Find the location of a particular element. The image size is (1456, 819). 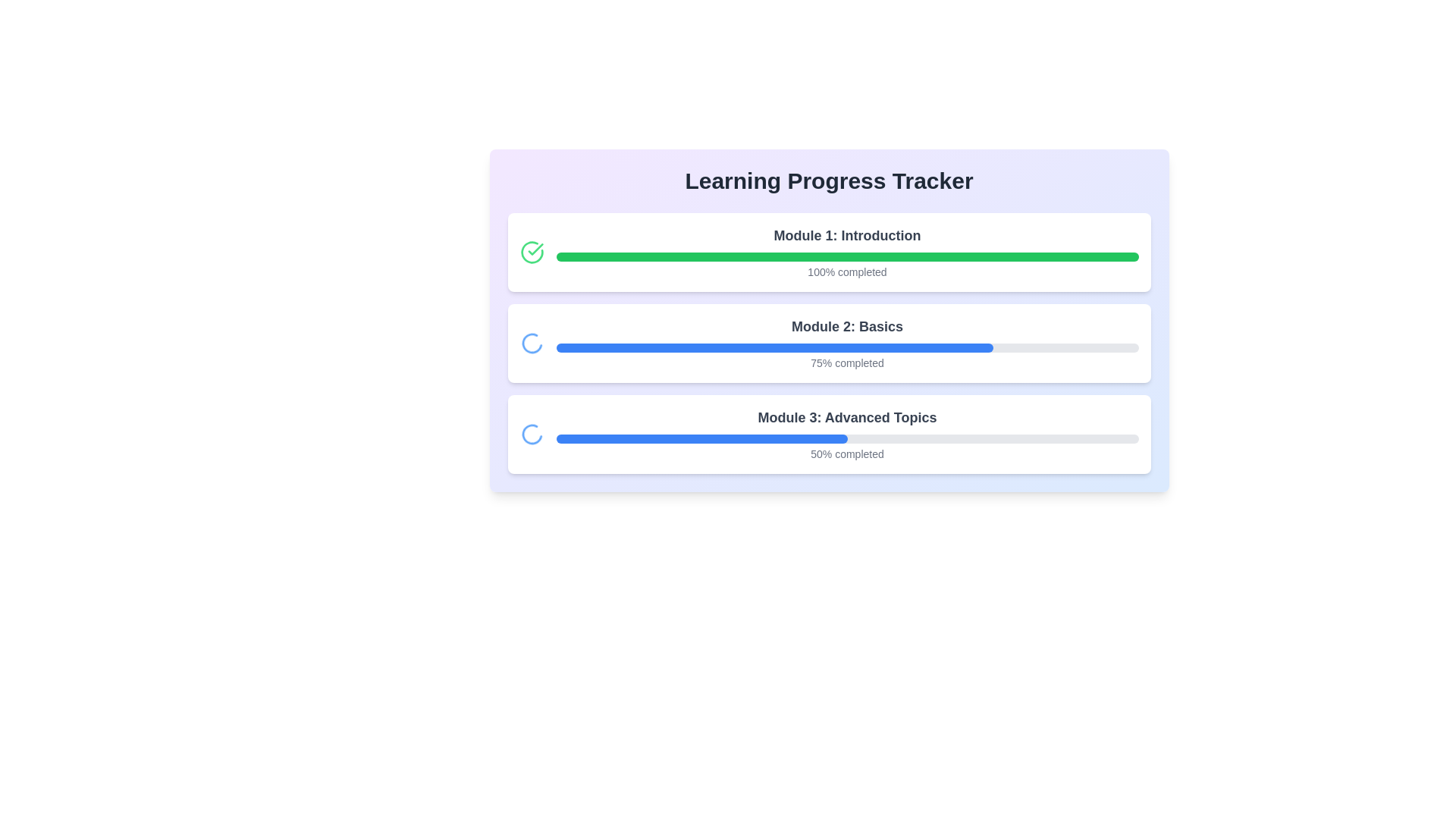

the Text header that identifies Module 2 in the progress tracker, which is positioned directly above the progress bar and completion percentage is located at coordinates (846, 326).